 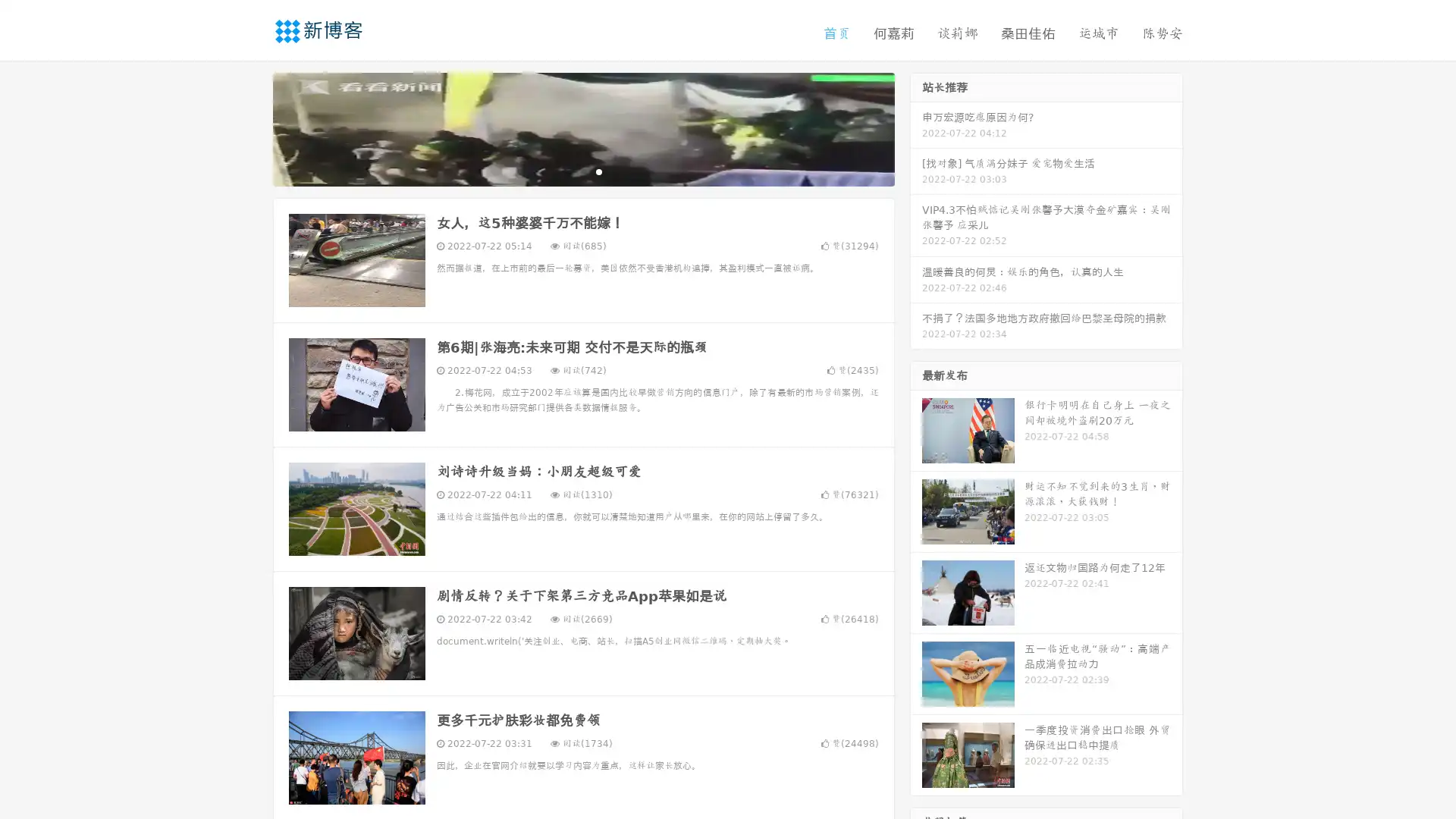 What do you see at coordinates (598, 171) in the screenshot?
I see `Go to slide 3` at bounding box center [598, 171].